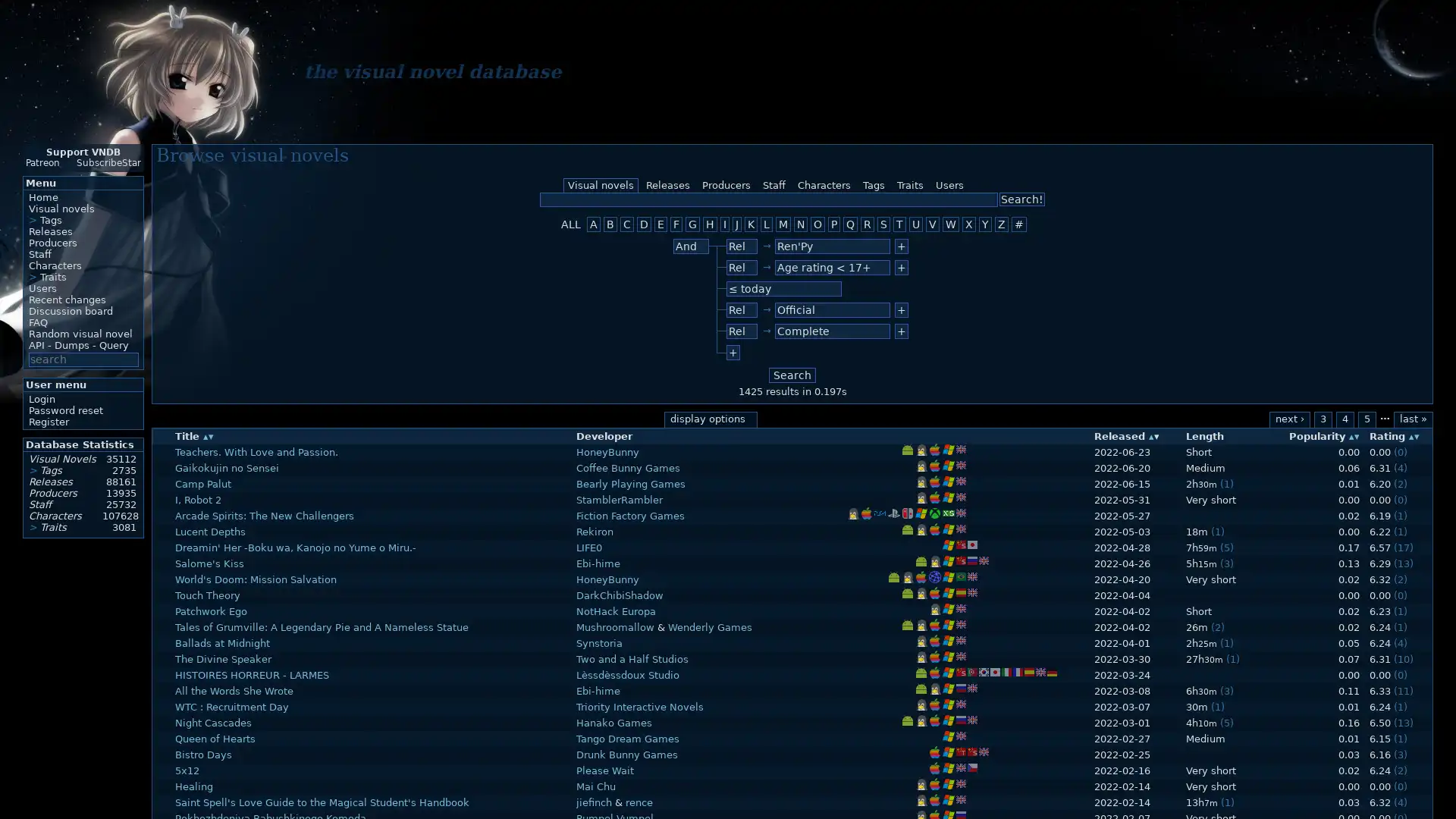  I want to click on C, so click(626, 224).